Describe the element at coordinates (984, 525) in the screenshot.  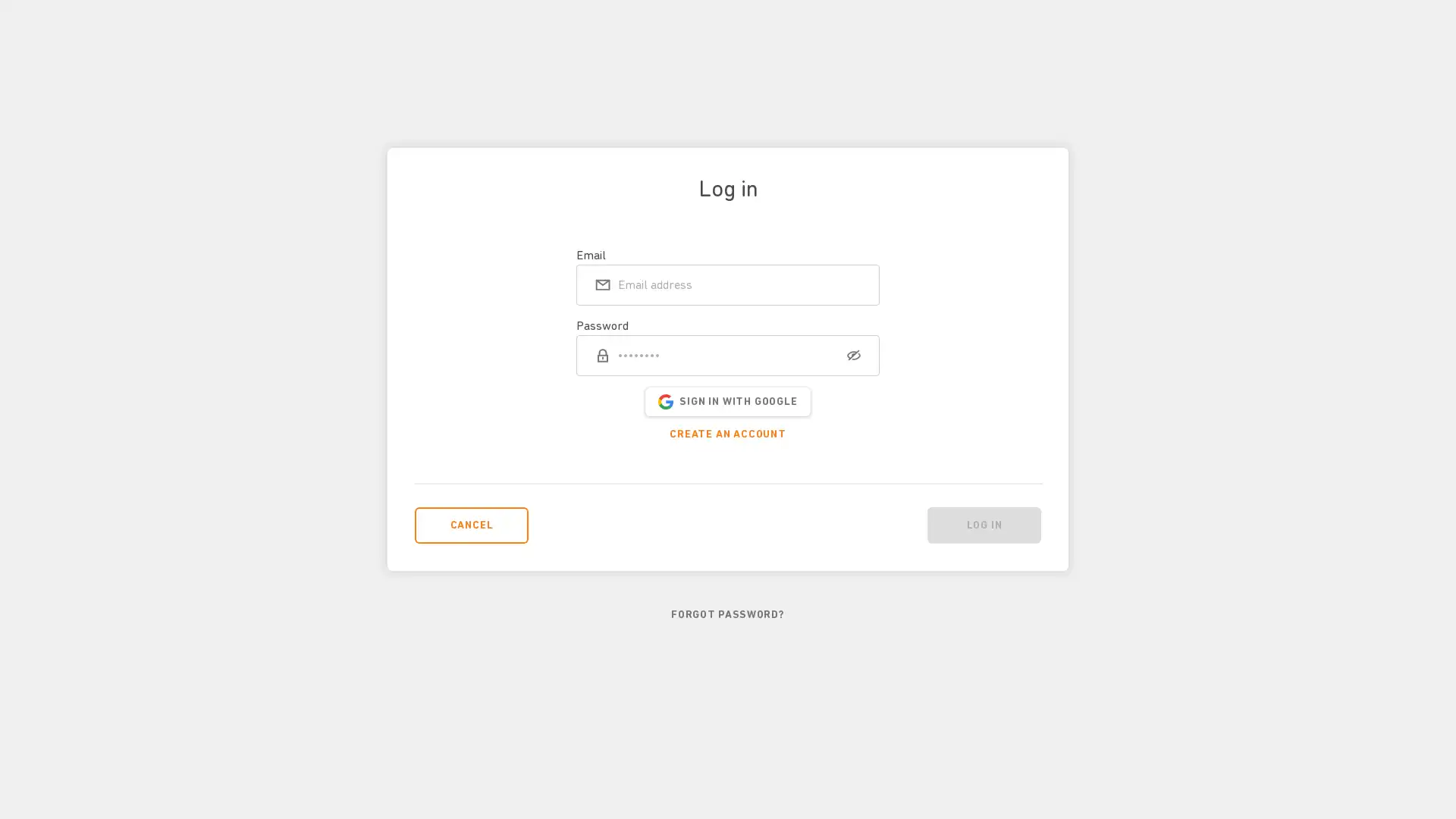
I see `Log in` at that location.